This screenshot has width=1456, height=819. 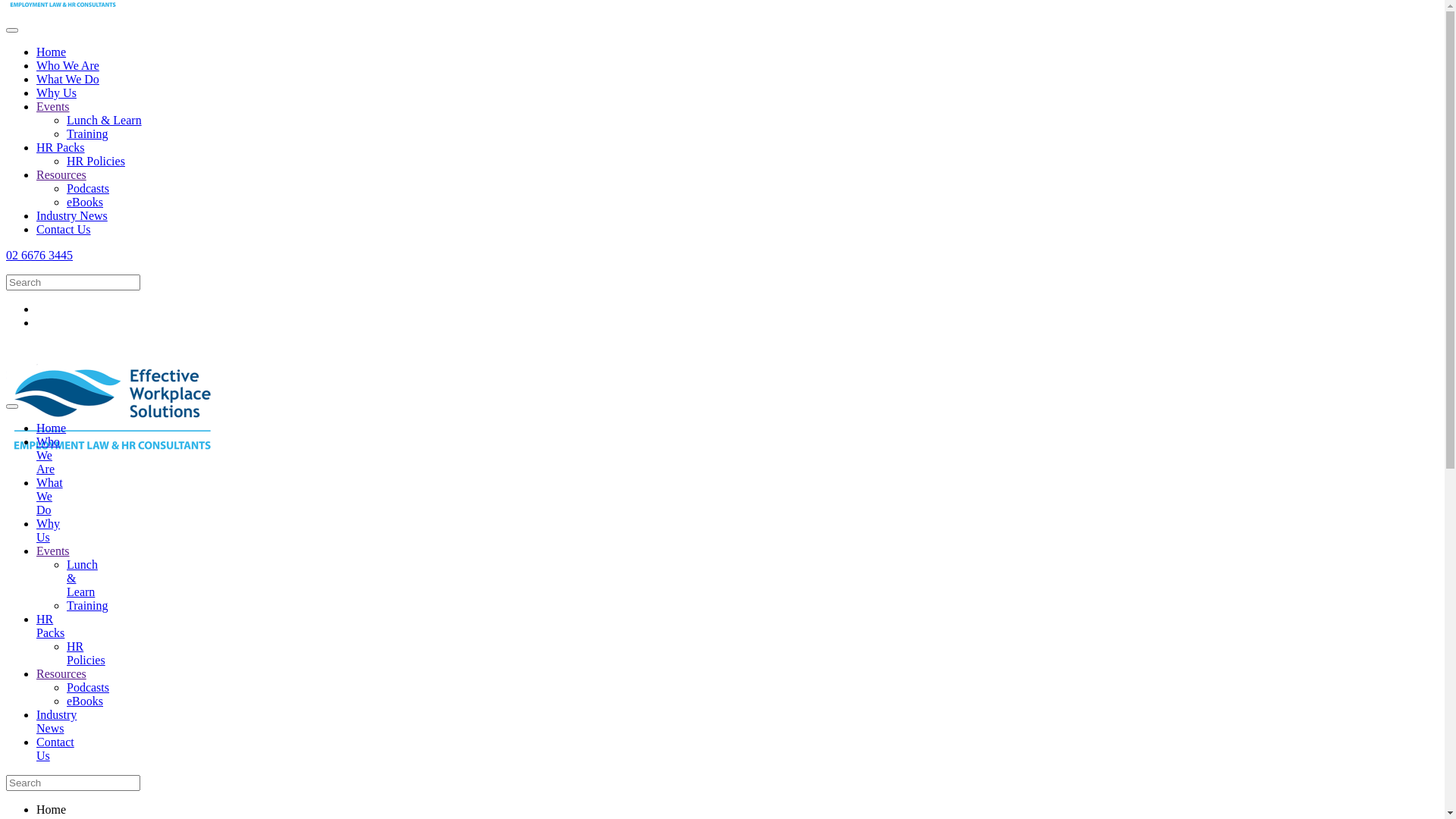 I want to click on 'Training', so click(x=86, y=133).